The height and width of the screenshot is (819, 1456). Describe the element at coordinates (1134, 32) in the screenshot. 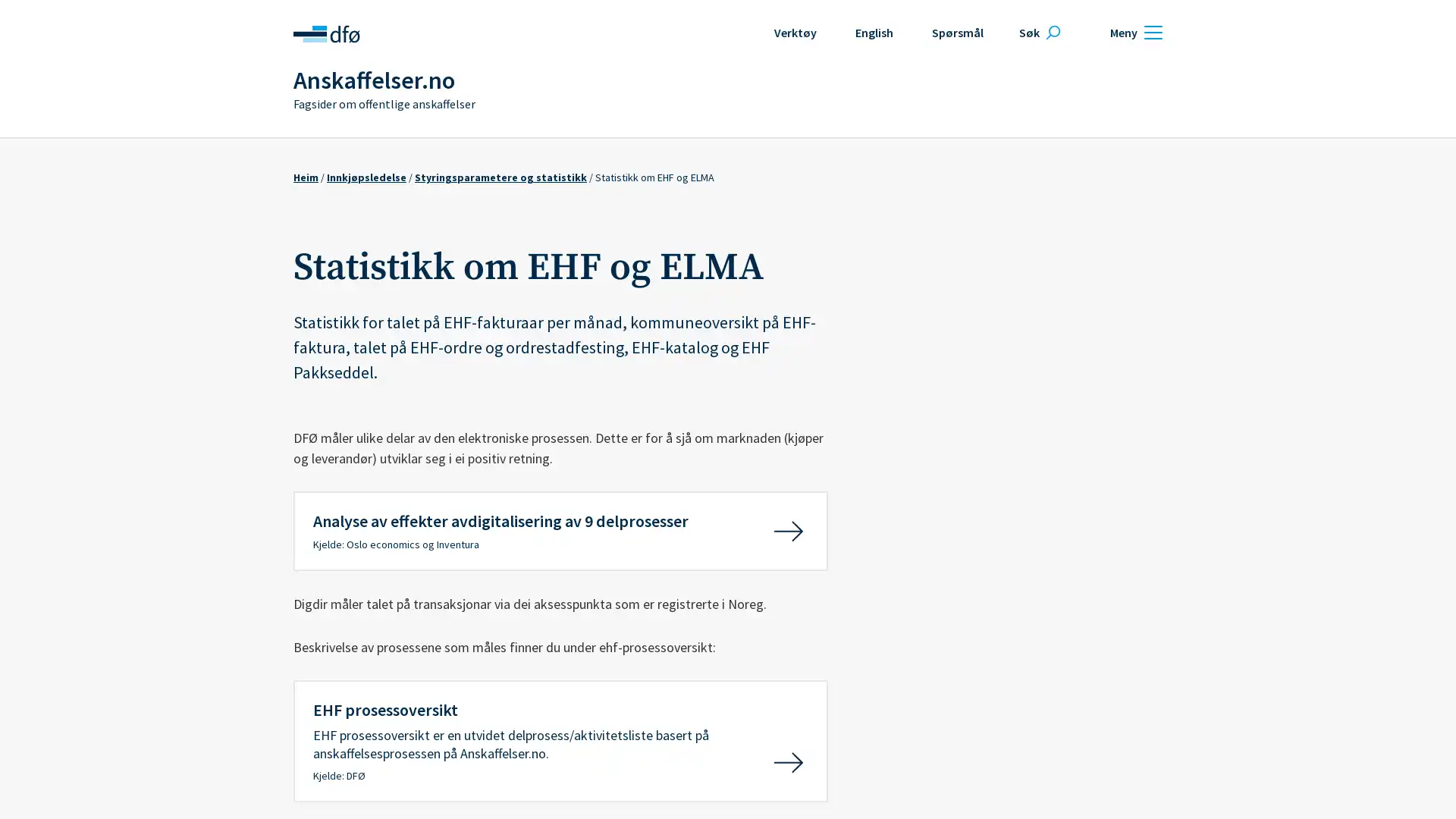

I see `Apne meny` at that location.